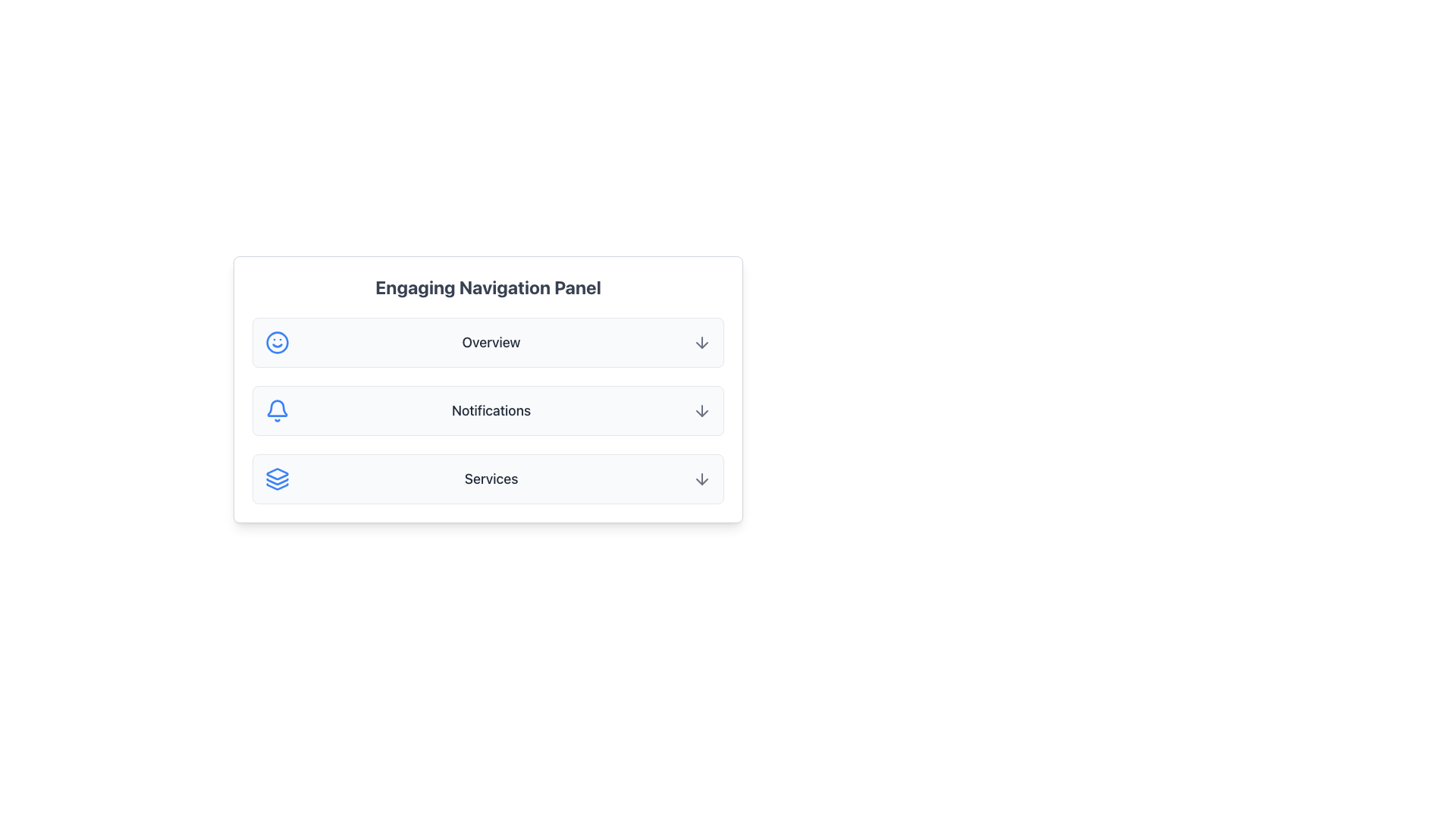  What do you see at coordinates (491, 479) in the screenshot?
I see `the 'Services' text label, which is a medium-sized, bold, gray-colored sans-serif font located in the third item of the vertical navigation panel` at bounding box center [491, 479].